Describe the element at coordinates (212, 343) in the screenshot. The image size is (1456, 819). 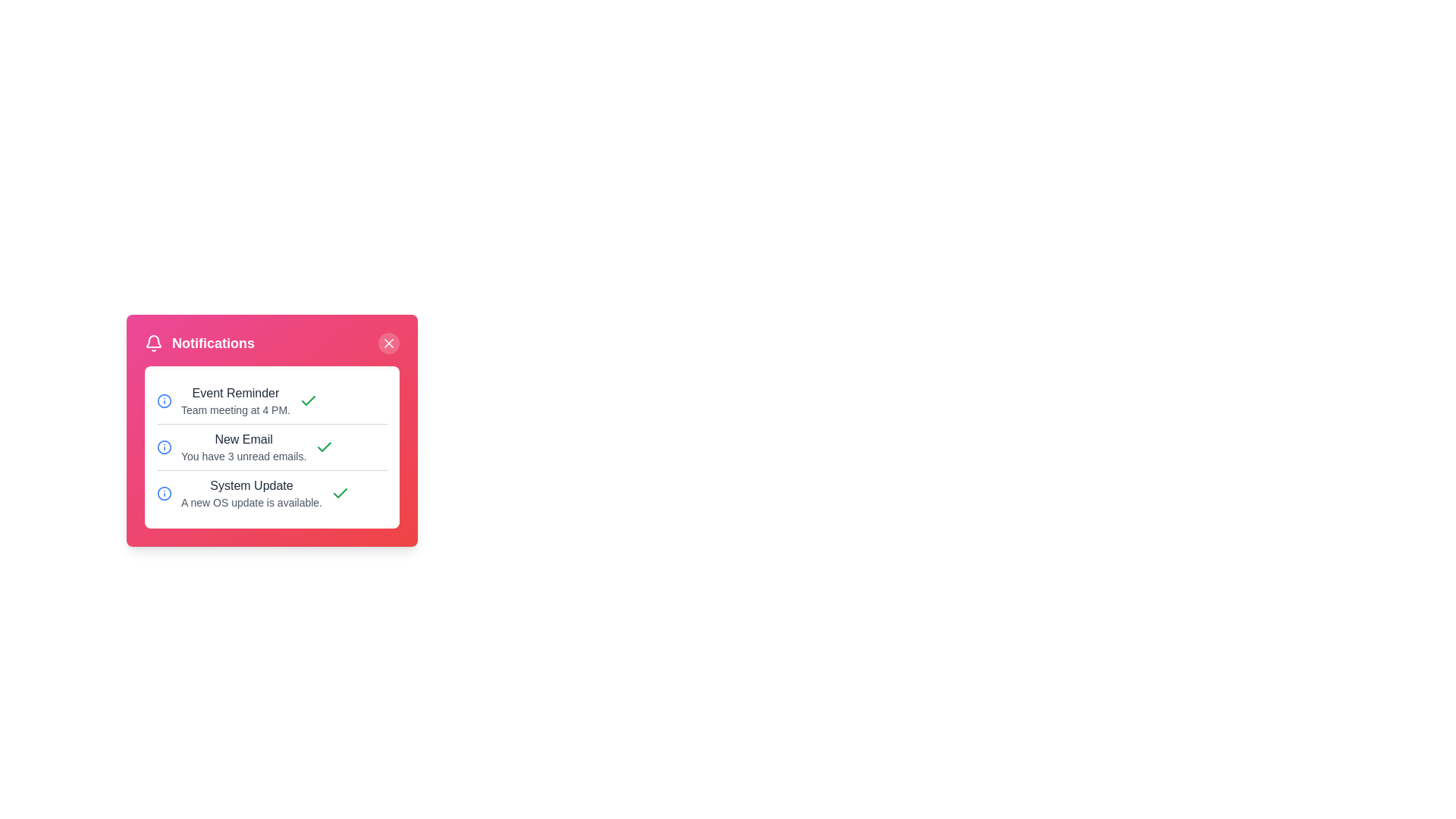
I see `text label displaying 'Notifications' which is styled as a heading, located at the top-left corner of the notification card component` at that location.